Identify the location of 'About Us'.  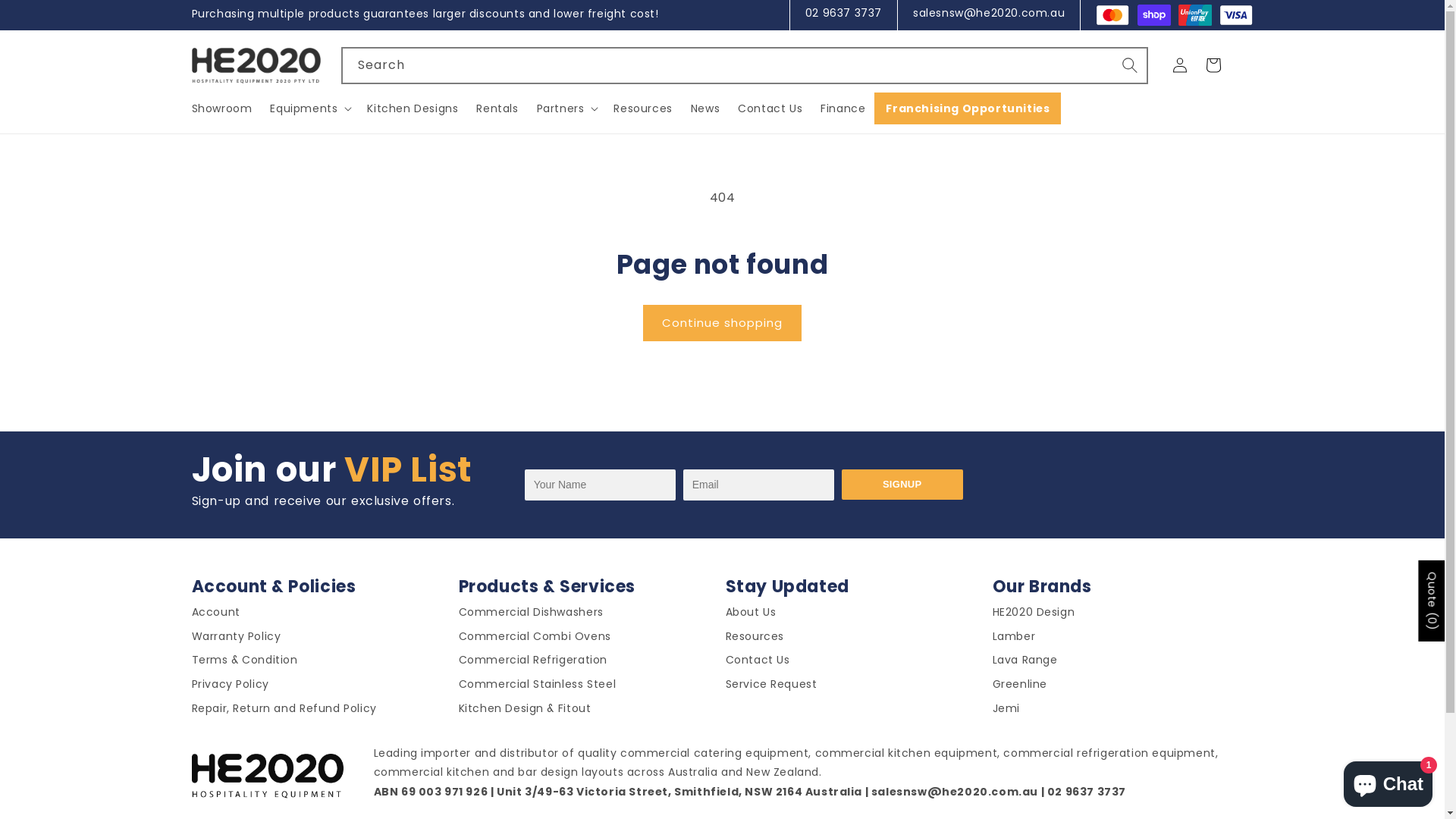
(750, 615).